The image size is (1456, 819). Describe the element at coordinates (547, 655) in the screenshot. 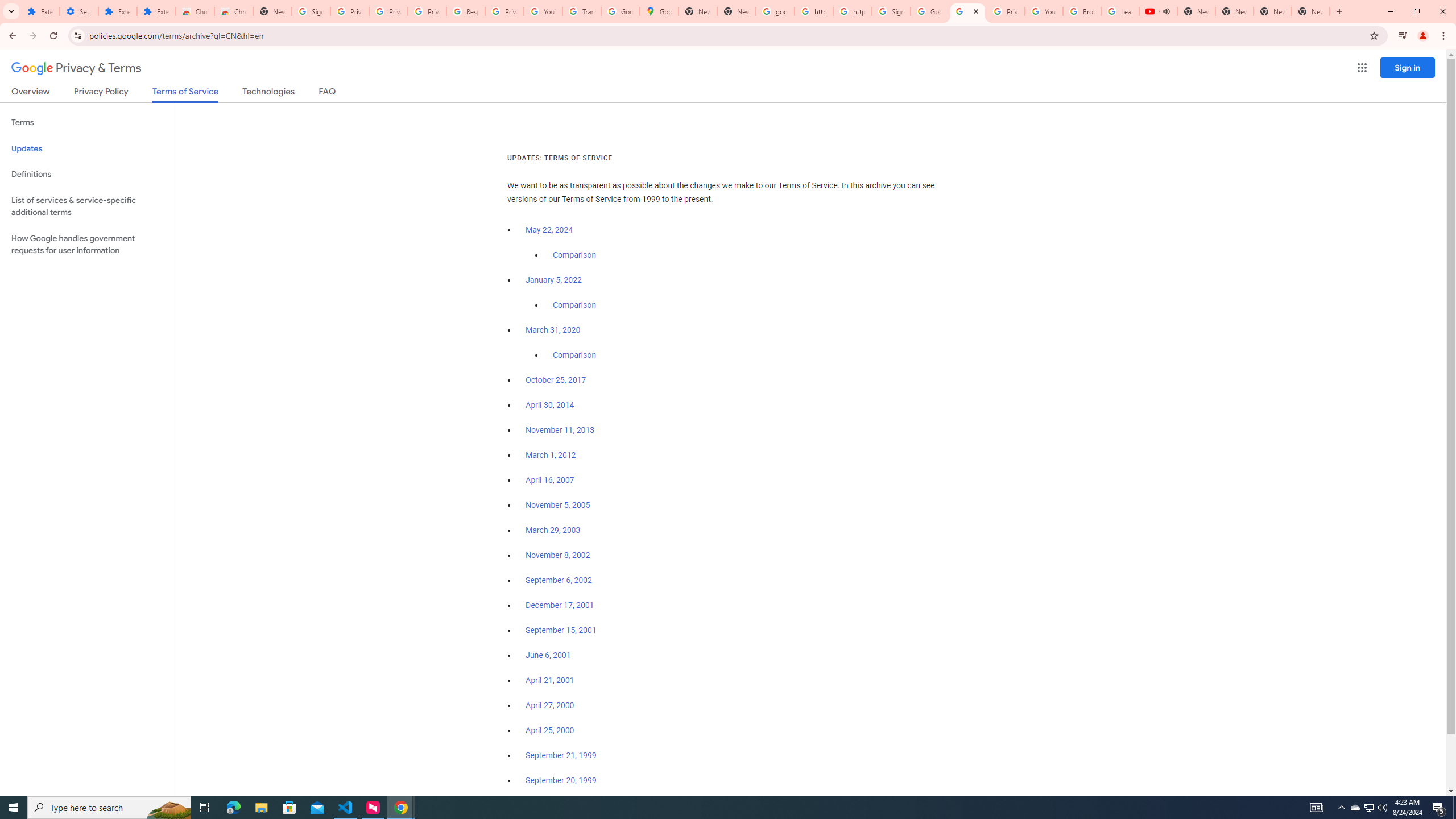

I see `'June 6, 2001'` at that location.